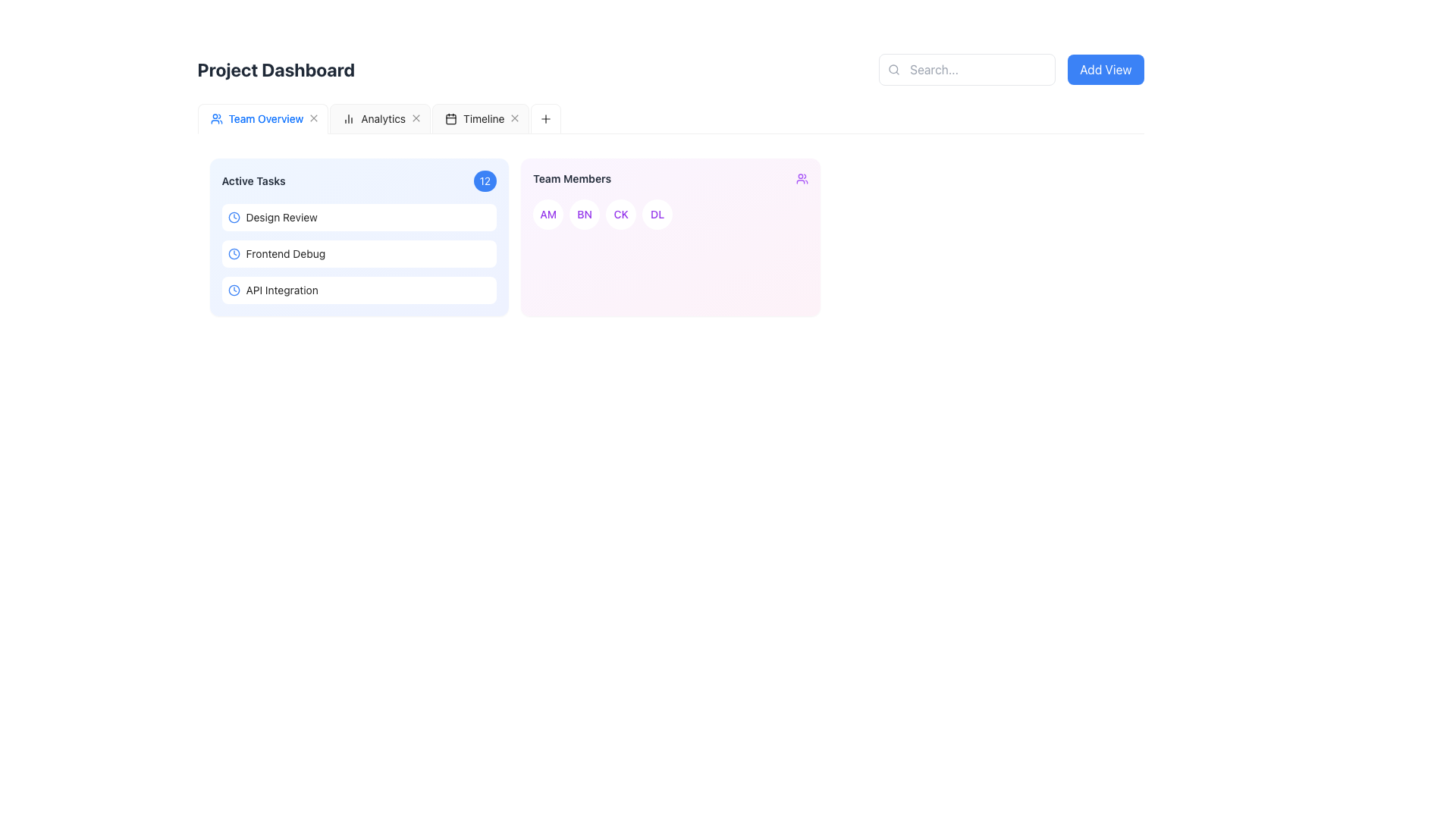 The height and width of the screenshot is (819, 1456). Describe the element at coordinates (416, 118) in the screenshot. I see `the close icon located at the upper-right corner of the 'Analytics' tab` at that location.